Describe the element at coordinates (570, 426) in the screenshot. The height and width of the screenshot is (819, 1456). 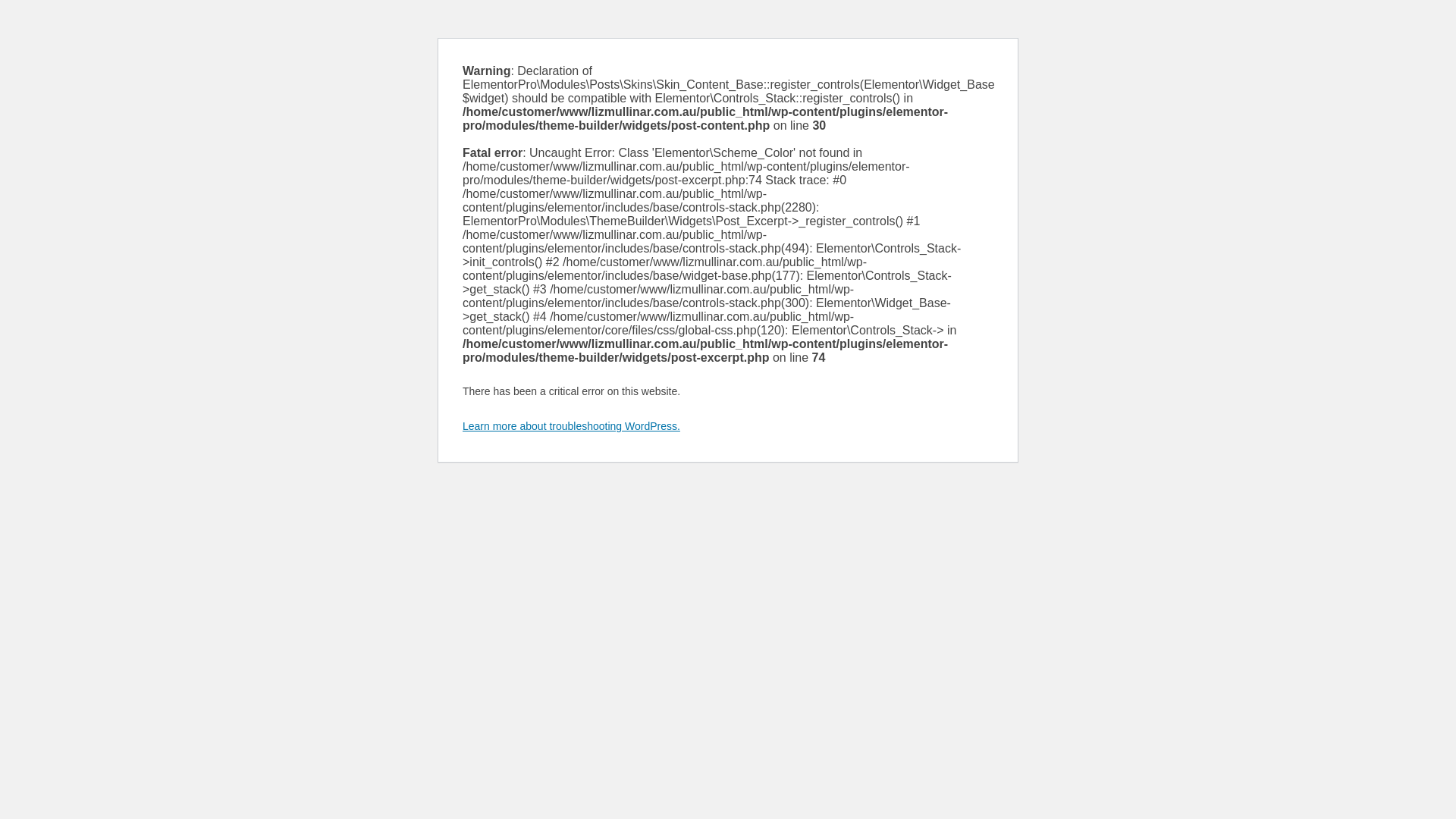
I see `'Learn more about troubleshooting WordPress.'` at that location.